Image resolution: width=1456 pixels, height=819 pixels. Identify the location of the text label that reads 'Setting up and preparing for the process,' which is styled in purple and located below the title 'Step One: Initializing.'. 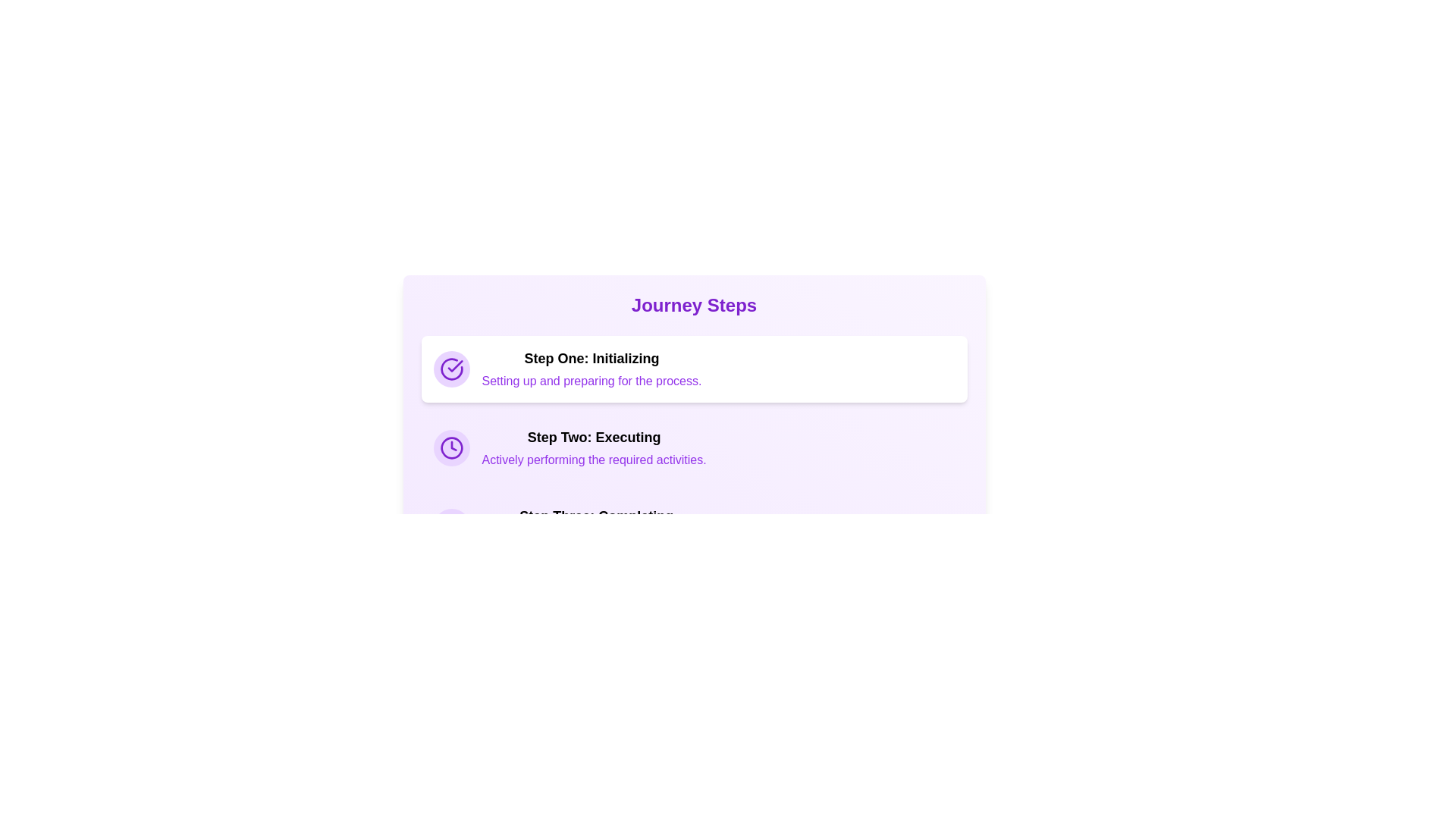
(591, 380).